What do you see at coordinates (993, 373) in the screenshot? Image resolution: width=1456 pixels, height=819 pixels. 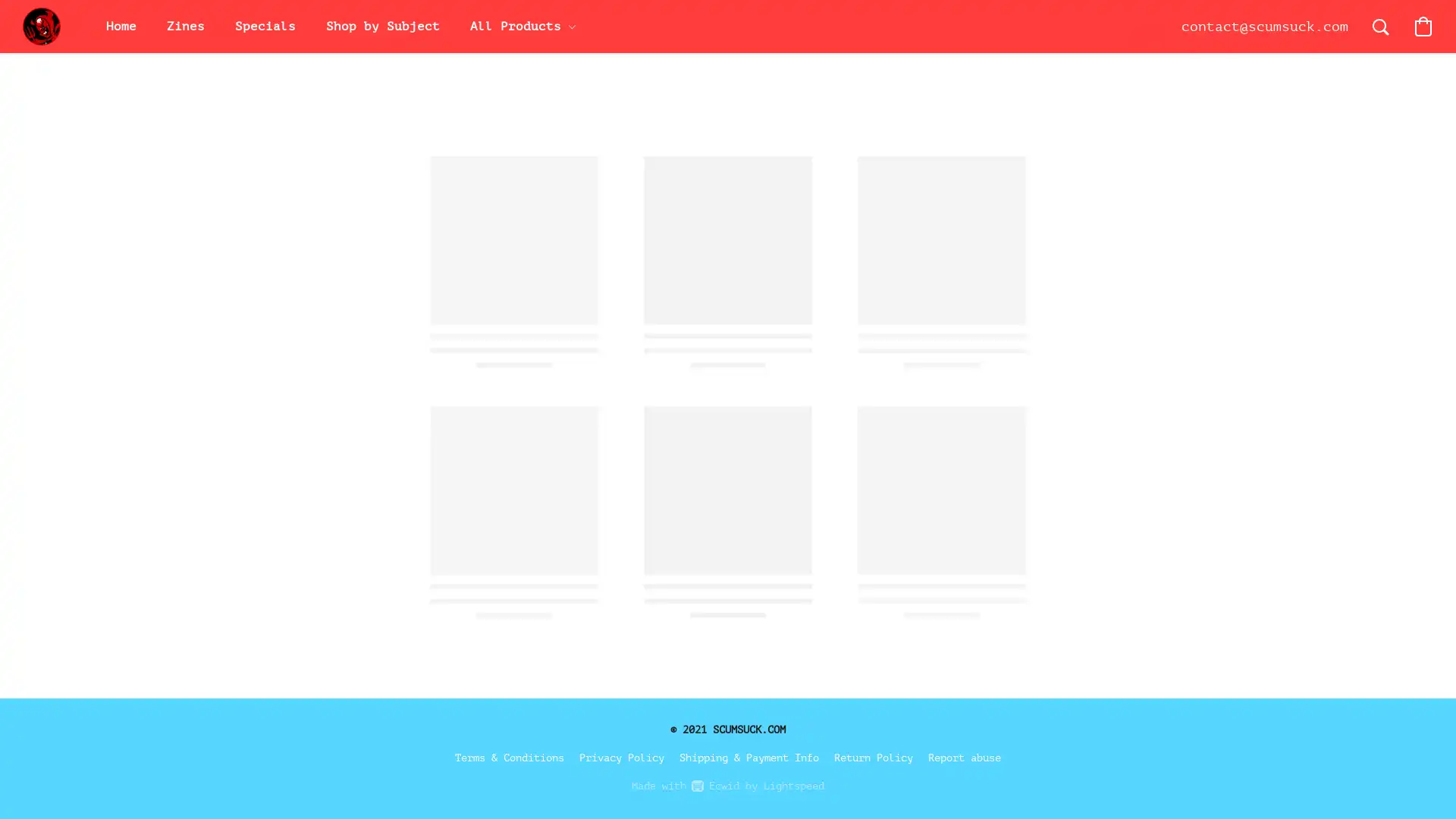 I see `Add to Bag` at bounding box center [993, 373].